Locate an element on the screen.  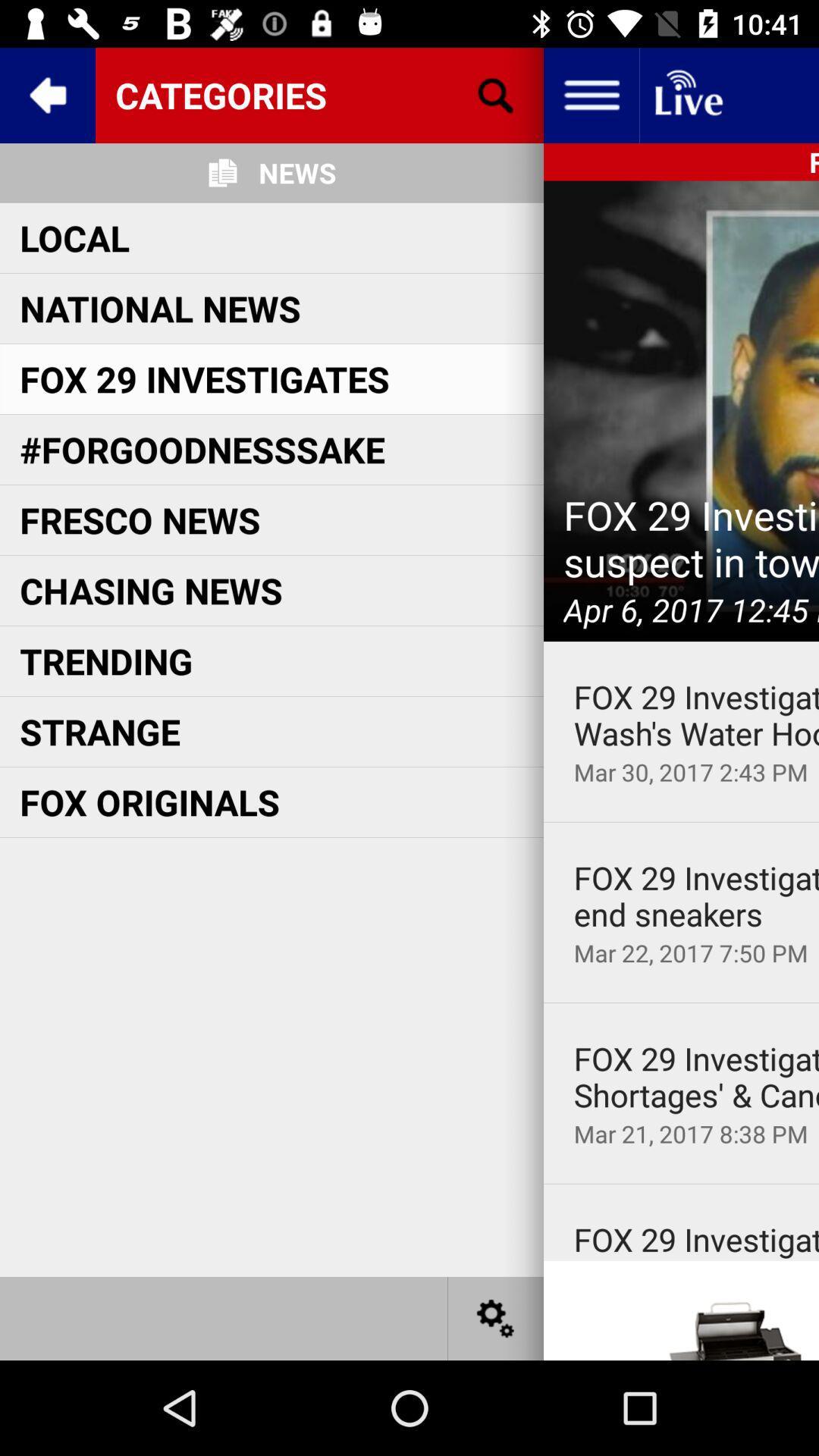
the menu icon is located at coordinates (590, 94).